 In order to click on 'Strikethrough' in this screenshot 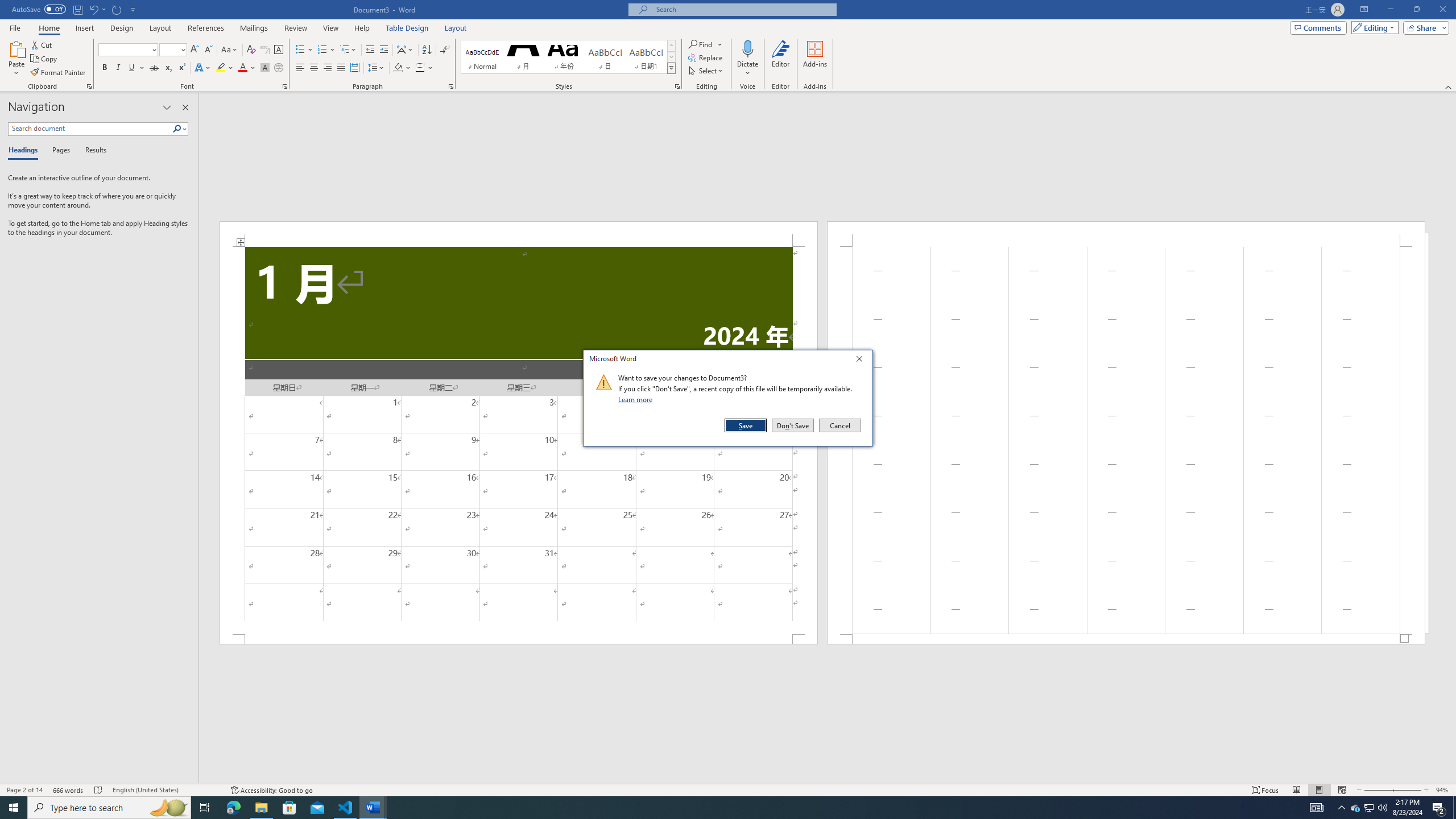, I will do `click(154, 67)`.